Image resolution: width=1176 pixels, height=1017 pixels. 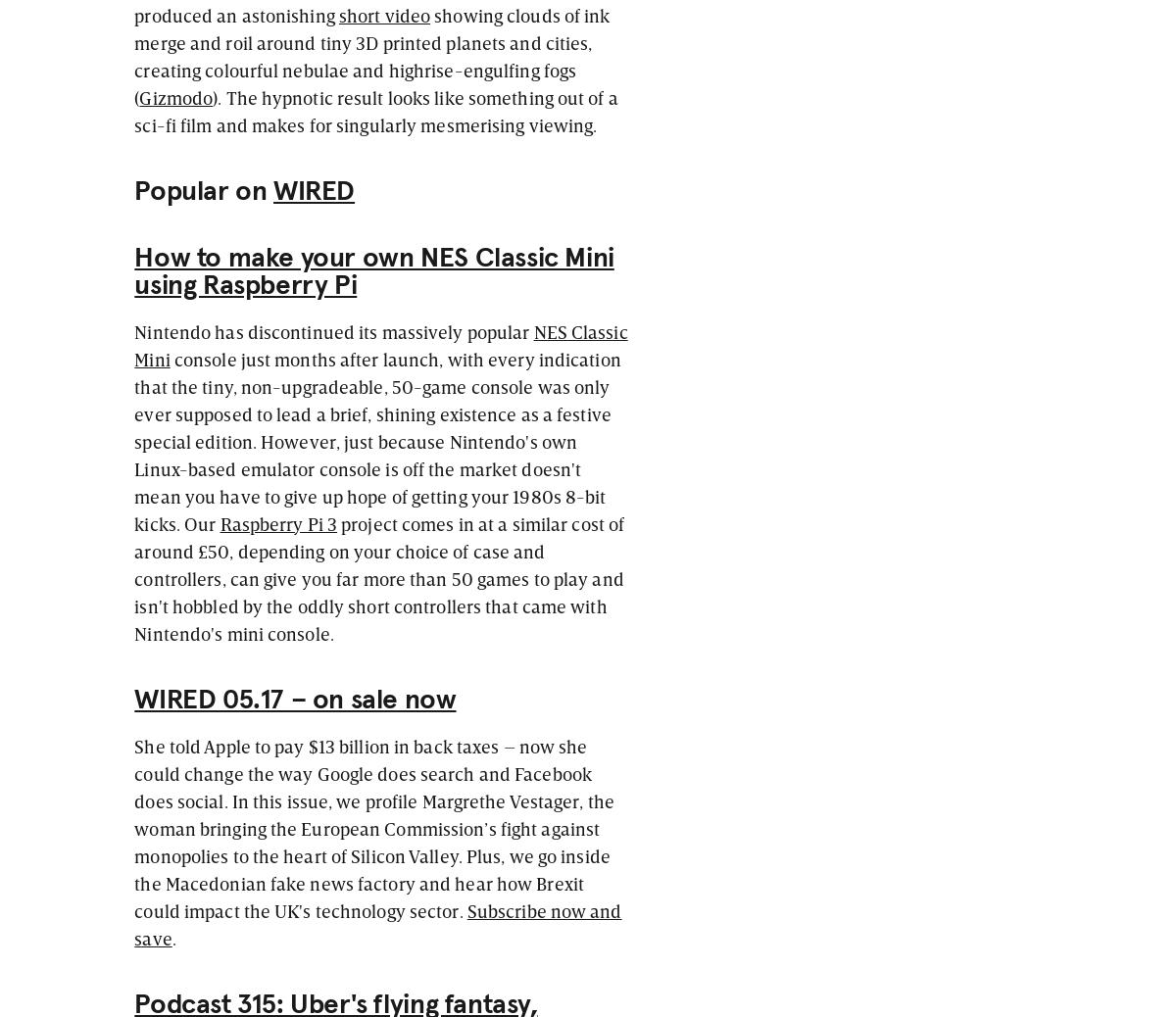 I want to click on 'She told Apple to pay $13 billion in back taxes – now she could change the way Google does search and Facebook does social. In this issue, we profile Margrethe Vestager, the woman bringing the European Commission’s fight against monopolies to the heart of Silicon Valley. Plus, we go inside the Macedonian fake news factory and hear how Brexit could impact the UK's technology sector.', so click(x=373, y=827).